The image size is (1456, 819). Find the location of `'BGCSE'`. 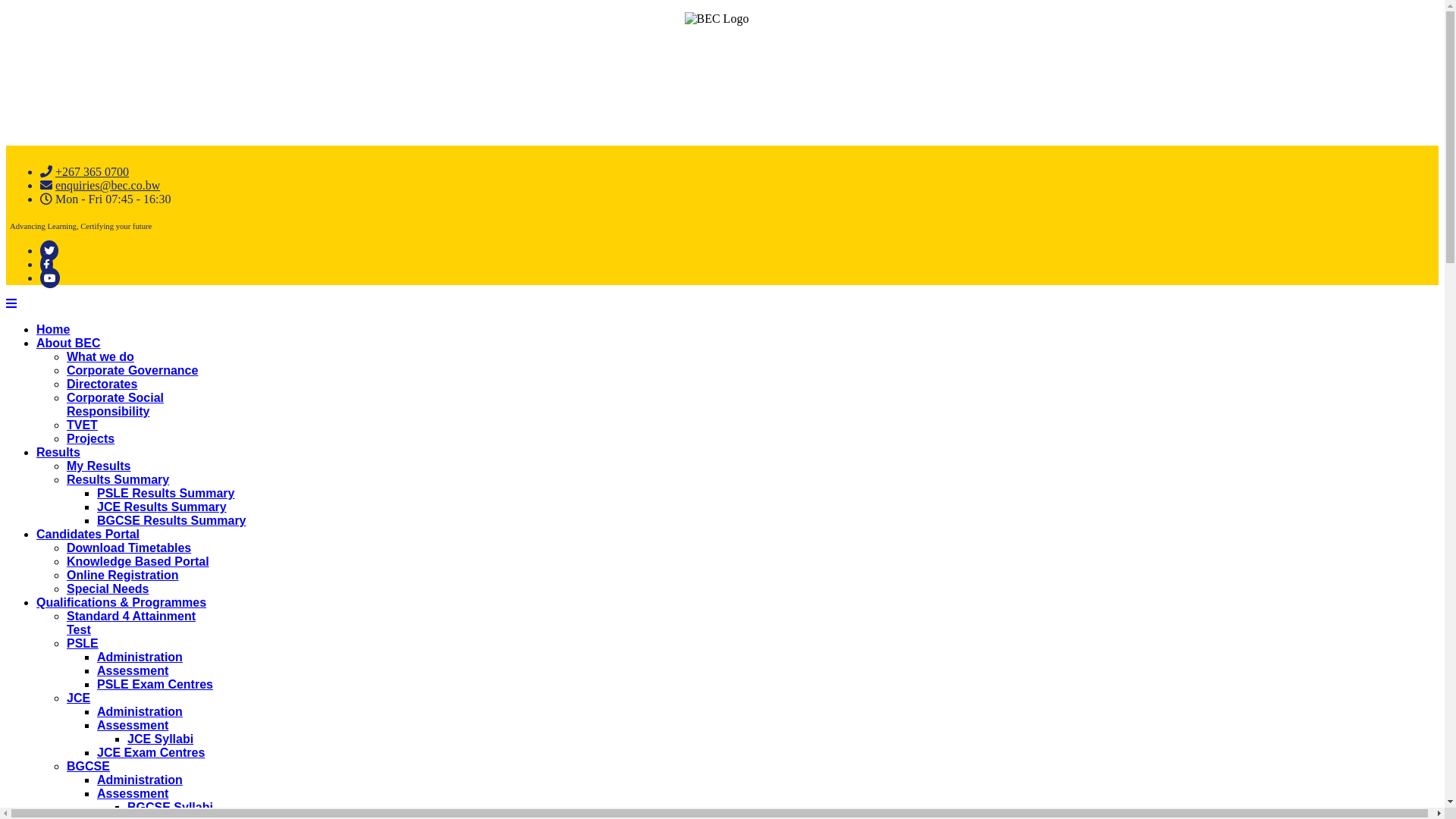

'BGCSE' is located at coordinates (87, 766).